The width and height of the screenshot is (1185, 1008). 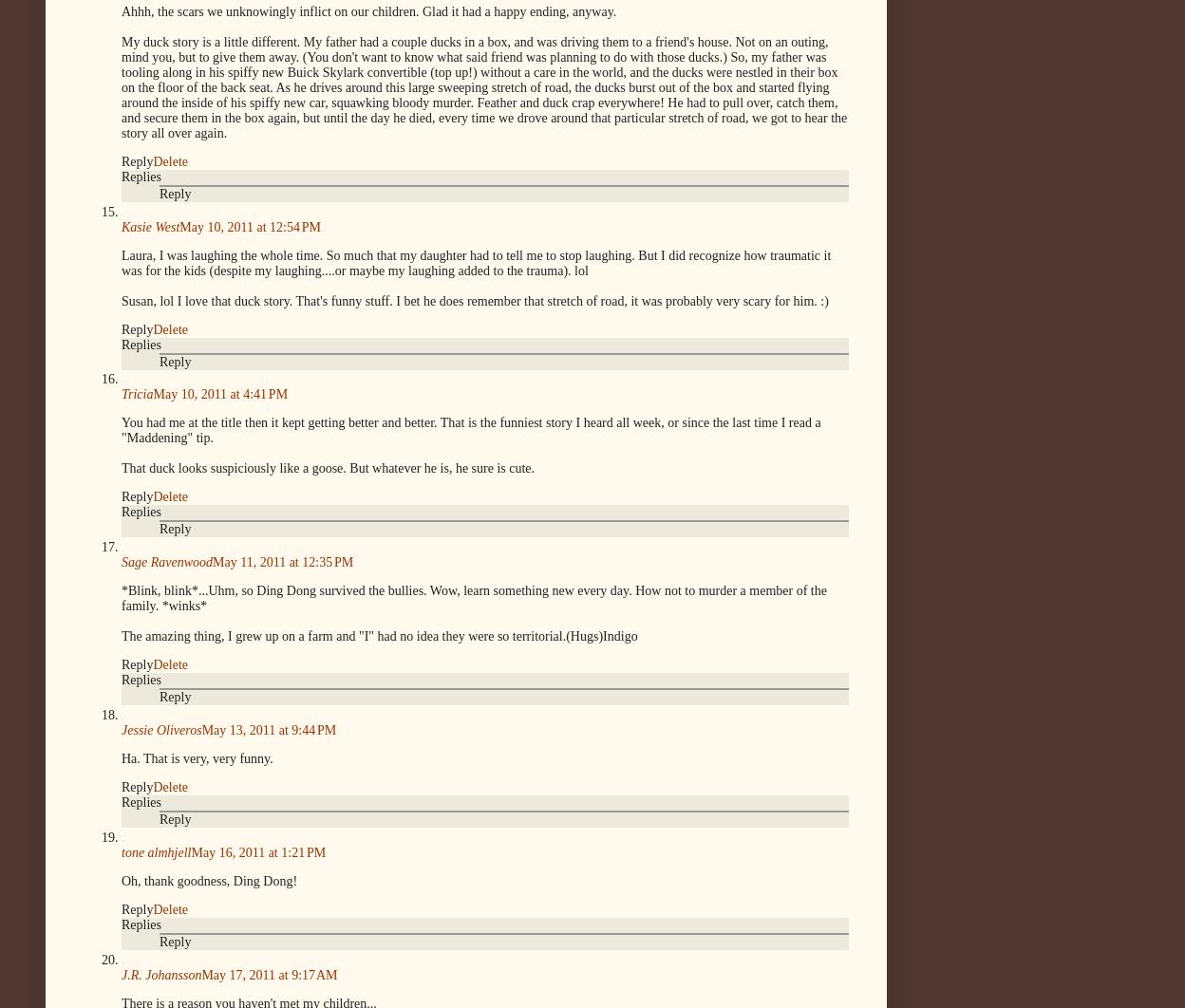 What do you see at coordinates (248, 226) in the screenshot?
I see `'May 10, 2011 at 12:54 PM'` at bounding box center [248, 226].